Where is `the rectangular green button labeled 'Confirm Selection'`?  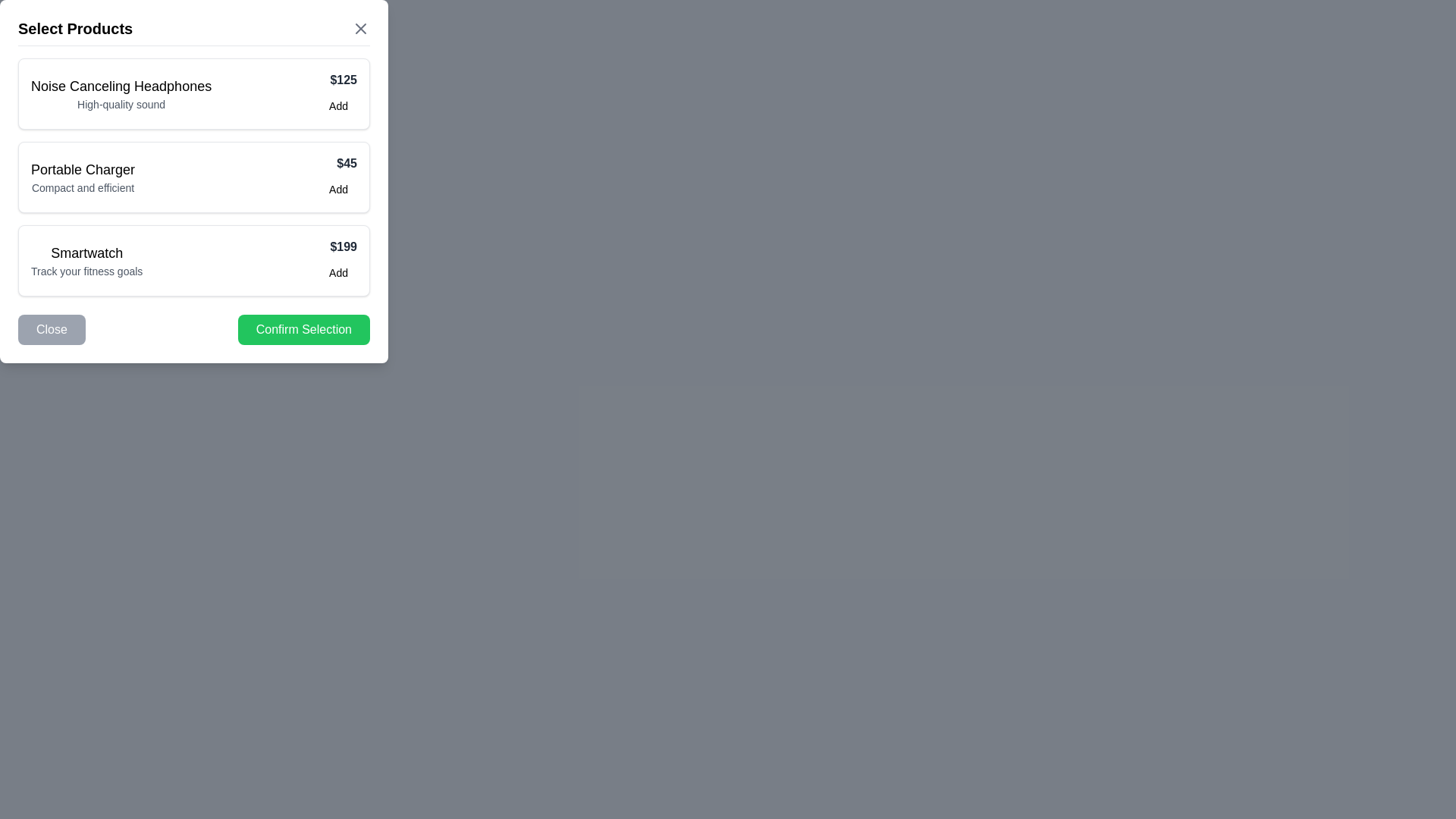
the rectangular green button labeled 'Confirm Selection' is located at coordinates (303, 329).